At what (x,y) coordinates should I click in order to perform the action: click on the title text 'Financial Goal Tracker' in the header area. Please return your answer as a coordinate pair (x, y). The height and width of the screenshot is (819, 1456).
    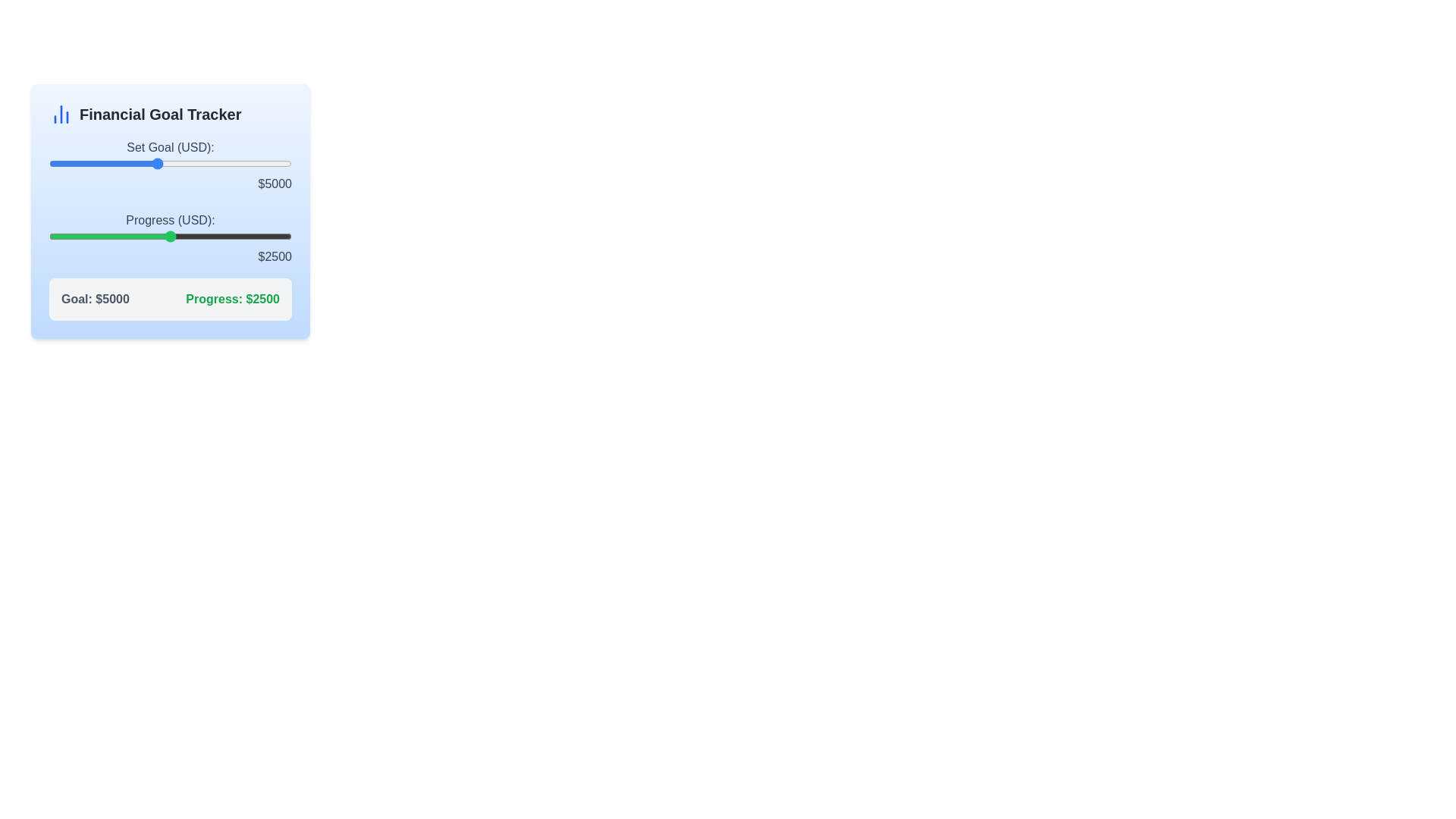
    Looking at the image, I should click on (160, 113).